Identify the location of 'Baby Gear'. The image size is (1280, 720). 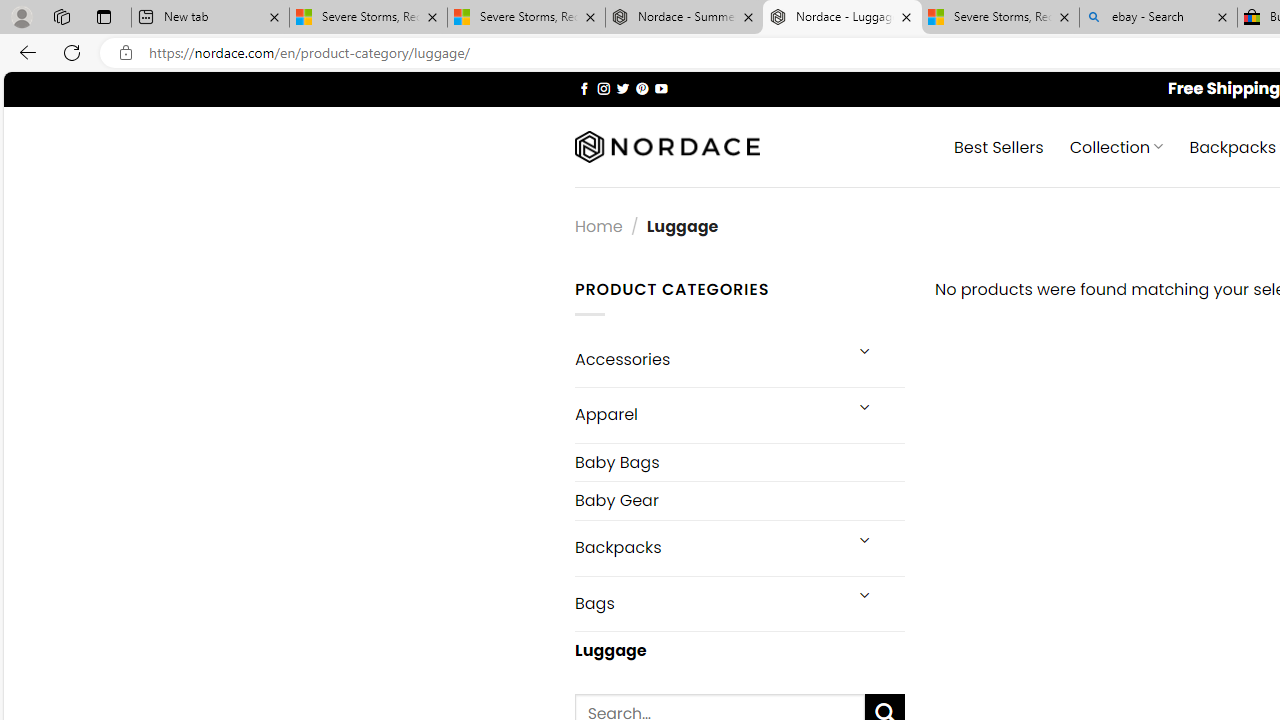
(738, 499).